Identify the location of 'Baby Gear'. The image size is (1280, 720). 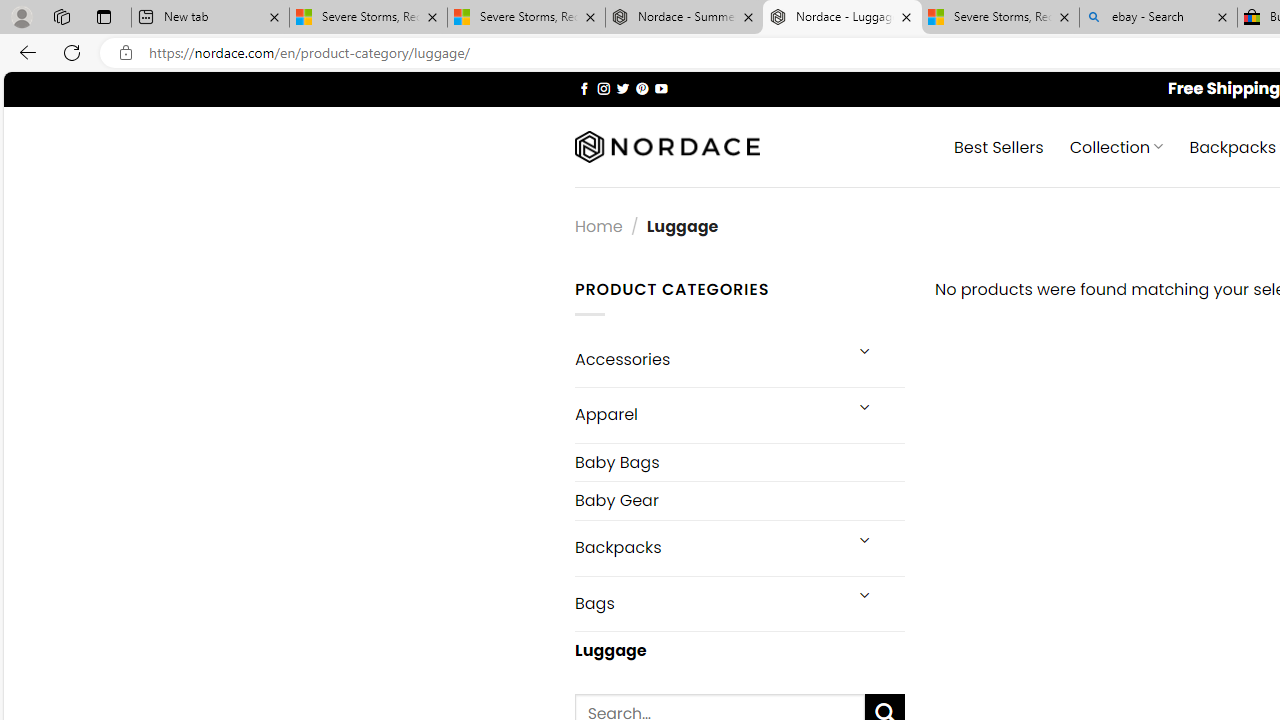
(738, 499).